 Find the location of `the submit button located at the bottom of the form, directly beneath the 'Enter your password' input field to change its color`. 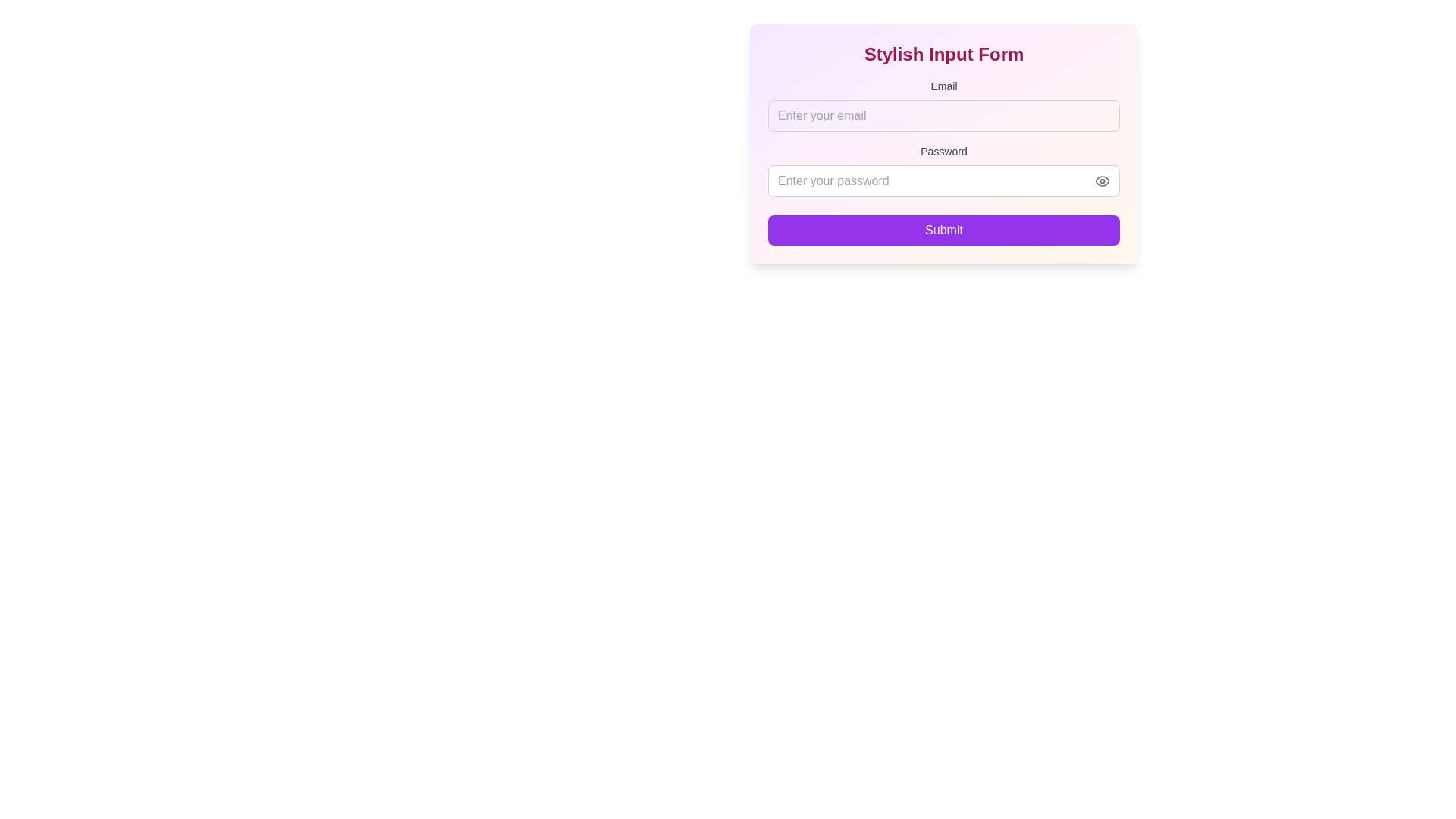

the submit button located at the bottom of the form, directly beneath the 'Enter your password' input field to change its color is located at coordinates (943, 231).